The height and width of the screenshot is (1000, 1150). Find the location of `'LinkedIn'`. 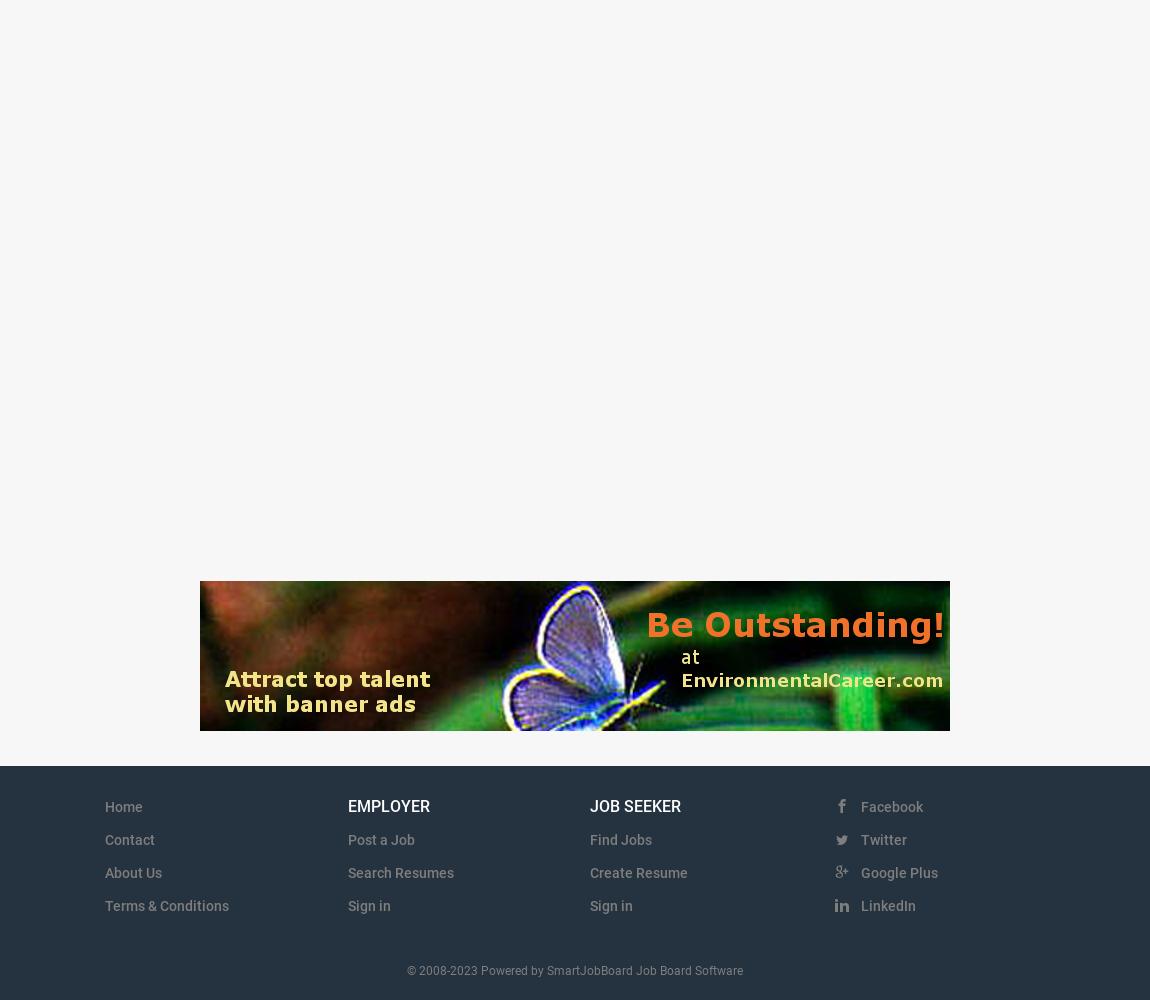

'LinkedIn' is located at coordinates (858, 906).